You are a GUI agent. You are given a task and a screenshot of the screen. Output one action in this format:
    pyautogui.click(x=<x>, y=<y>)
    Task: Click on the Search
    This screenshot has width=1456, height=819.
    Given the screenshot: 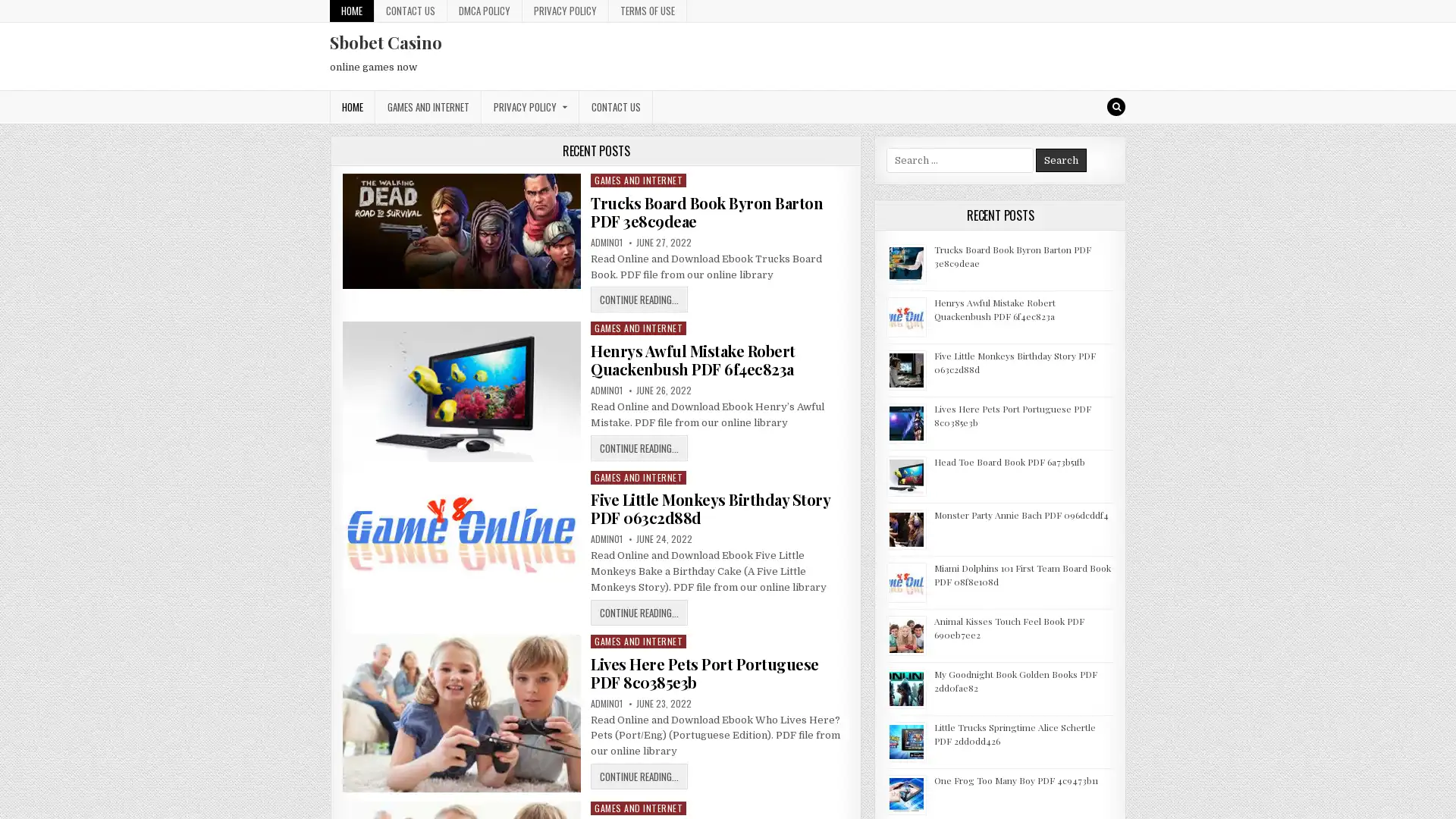 What is the action you would take?
    pyautogui.click(x=1060, y=160)
    